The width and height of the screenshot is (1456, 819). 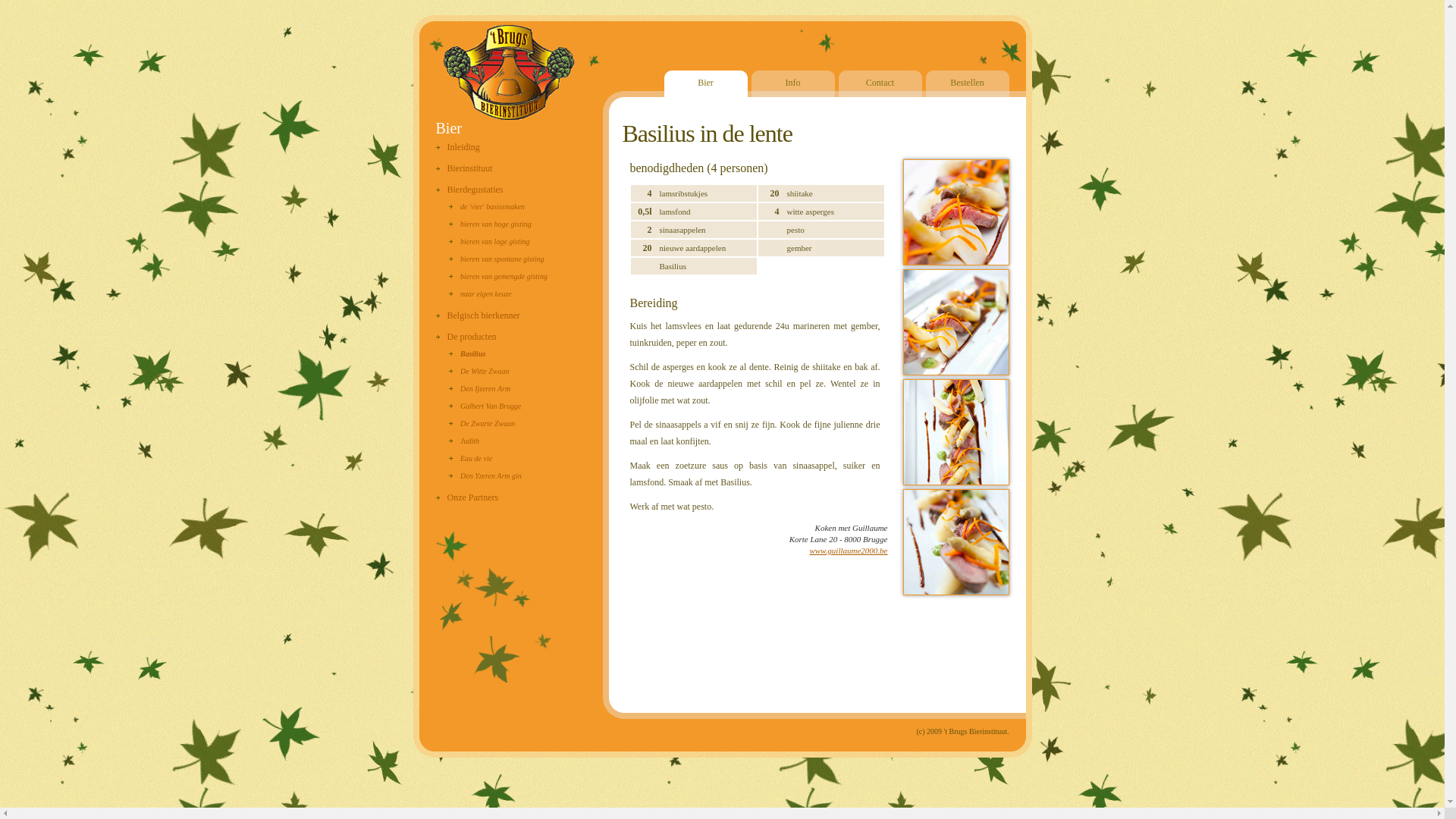 What do you see at coordinates (705, 83) in the screenshot?
I see `'Bier'` at bounding box center [705, 83].